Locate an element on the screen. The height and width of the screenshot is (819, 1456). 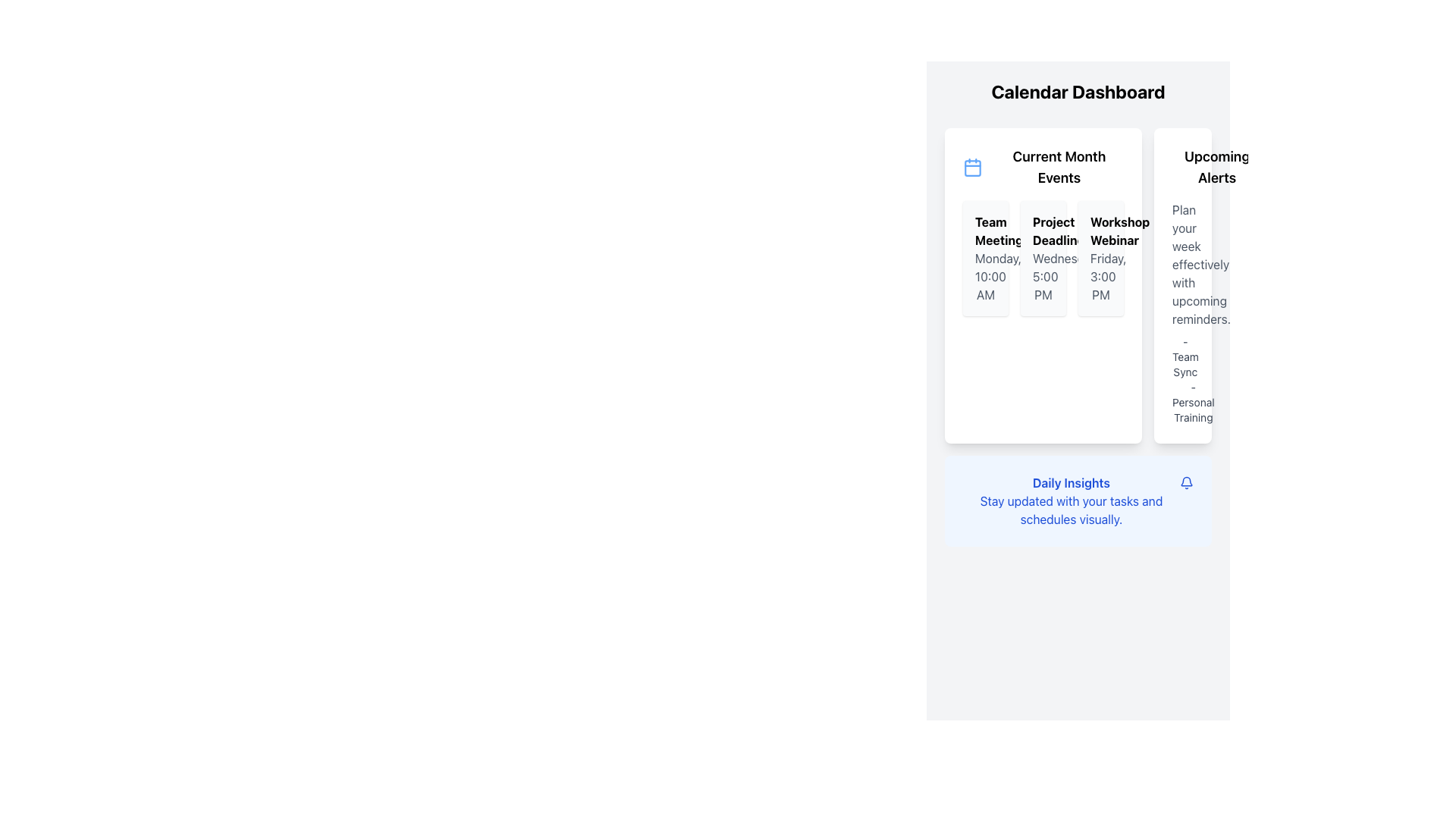
the bold text label reading 'Project Deadline', which is located in the middle column of the 'Current Month Events' section, positioned above the smaller text indicating date and time is located at coordinates (1043, 231).